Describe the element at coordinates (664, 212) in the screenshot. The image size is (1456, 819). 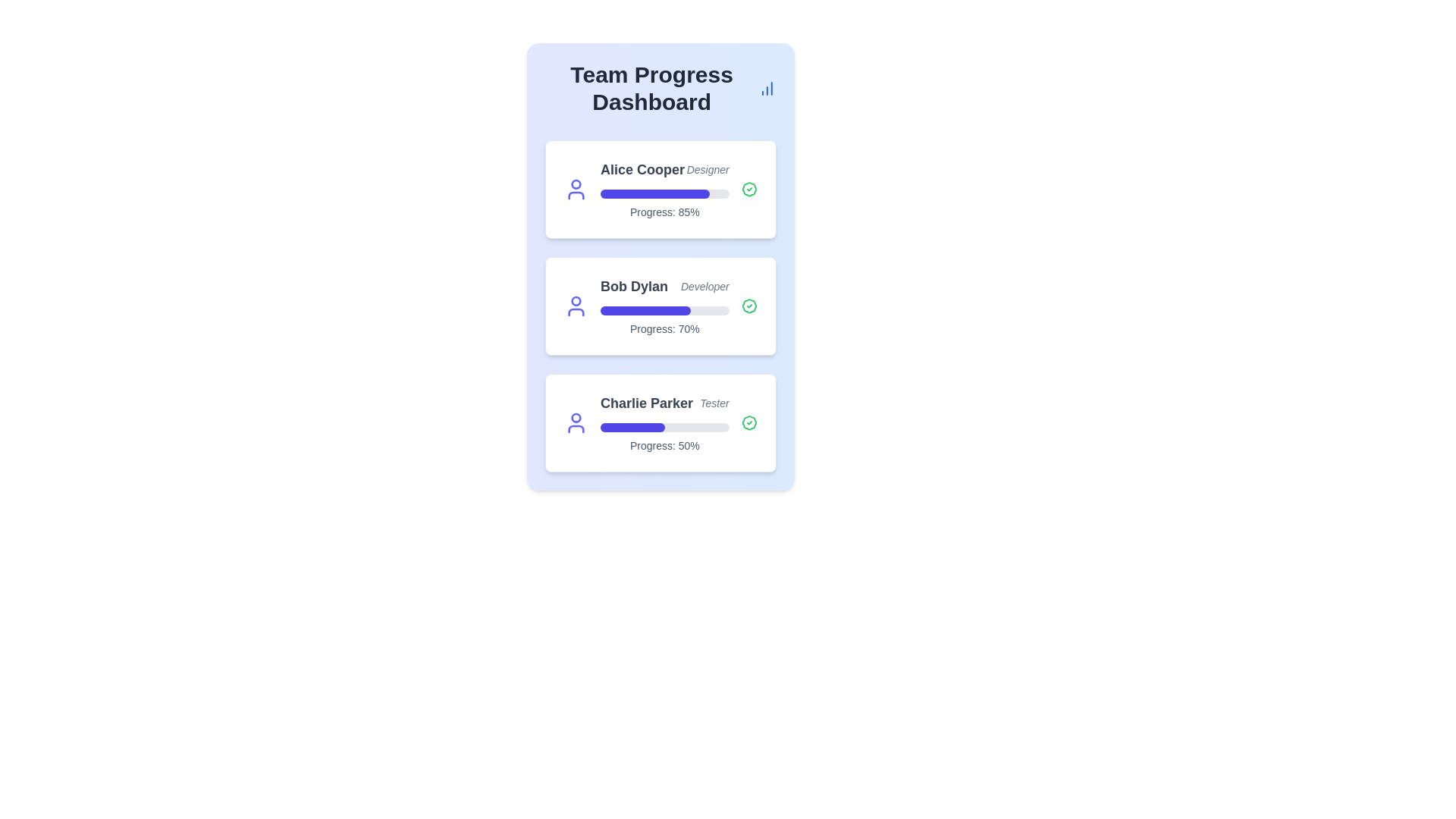
I see `the text label displaying 'Progress: 85%' located in the bottom section of the card for 'Alice Cooper Designer', which is styled in light gray and positioned below the progress bar` at that location.